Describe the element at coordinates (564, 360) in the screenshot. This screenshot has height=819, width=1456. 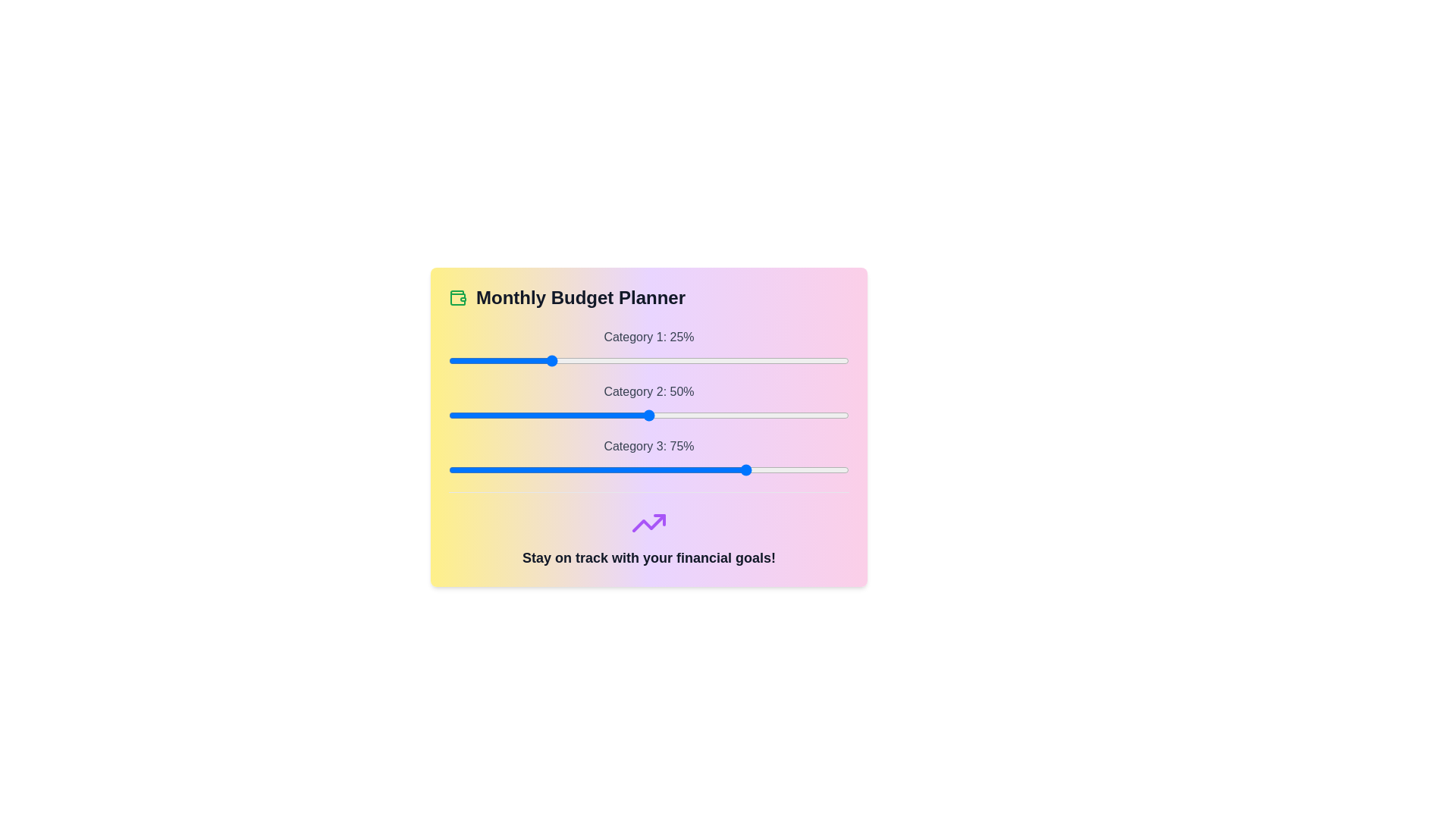
I see `the slider for Category 1 to 29%` at that location.